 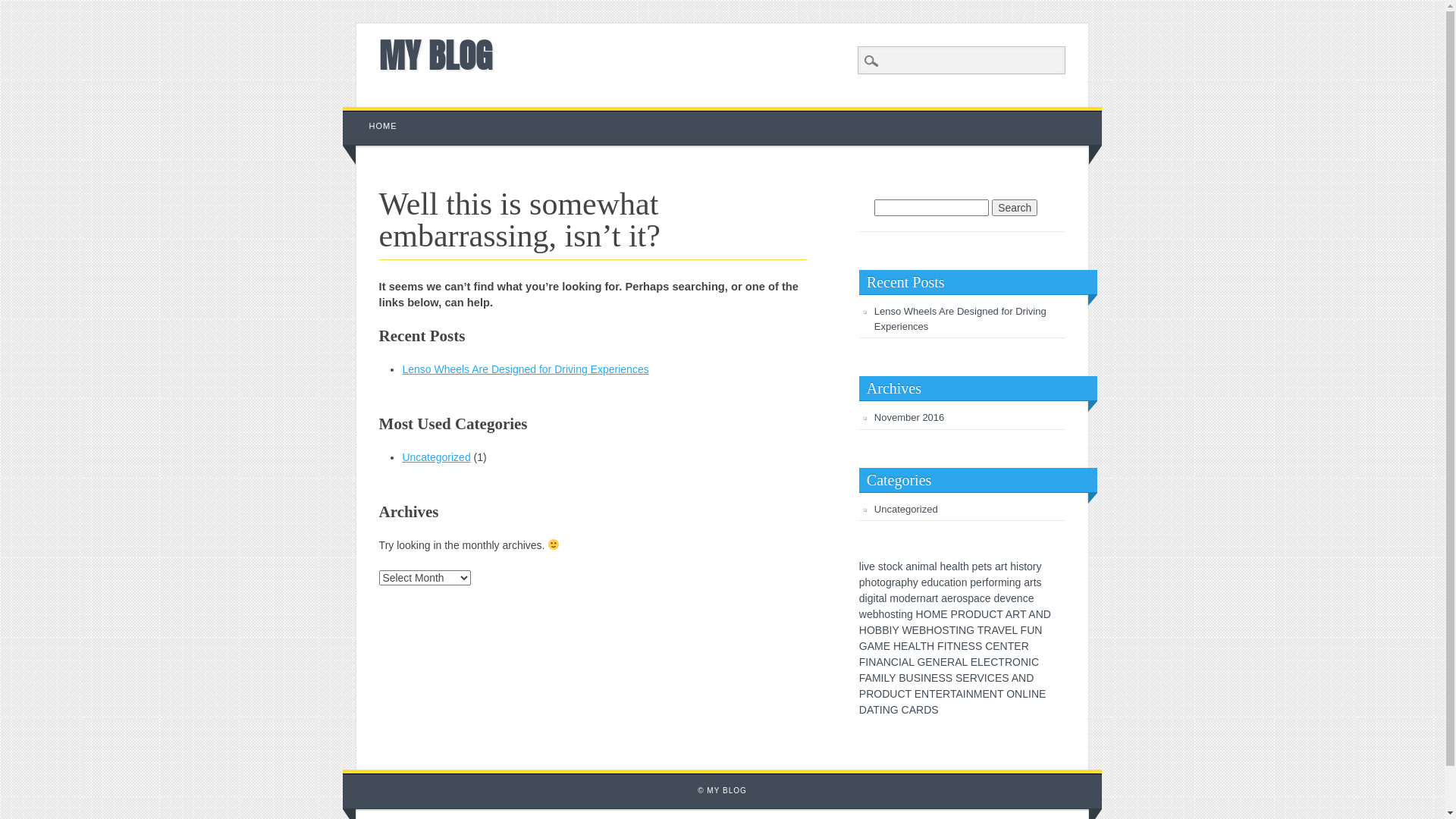 What do you see at coordinates (984, 581) in the screenshot?
I see `'r'` at bounding box center [984, 581].